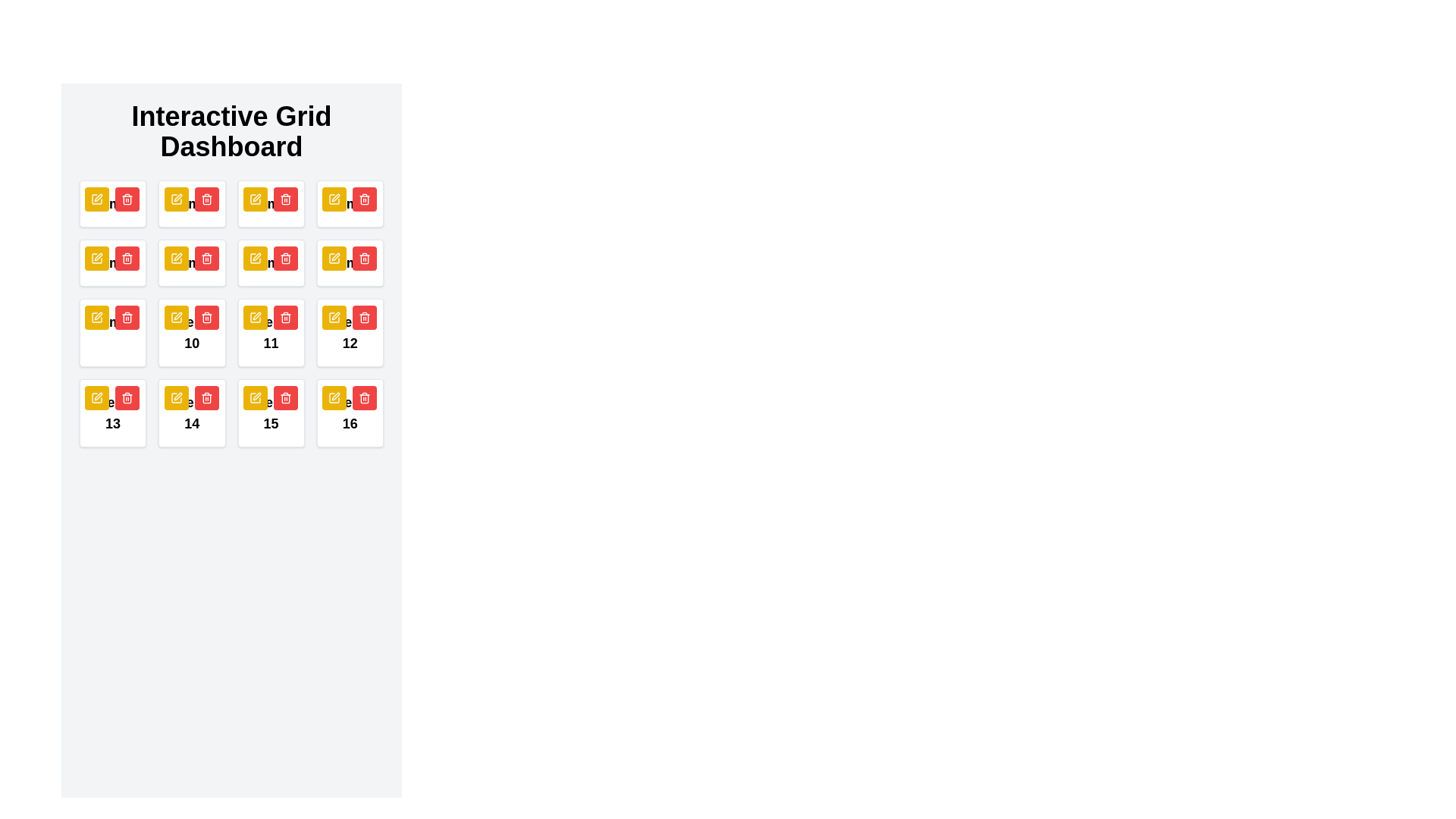 The width and height of the screenshot is (1456, 819). I want to click on the yellow square button with an embedded edit icon located in the first button of the fifteenth cell in the fourth row, so click(255, 397).